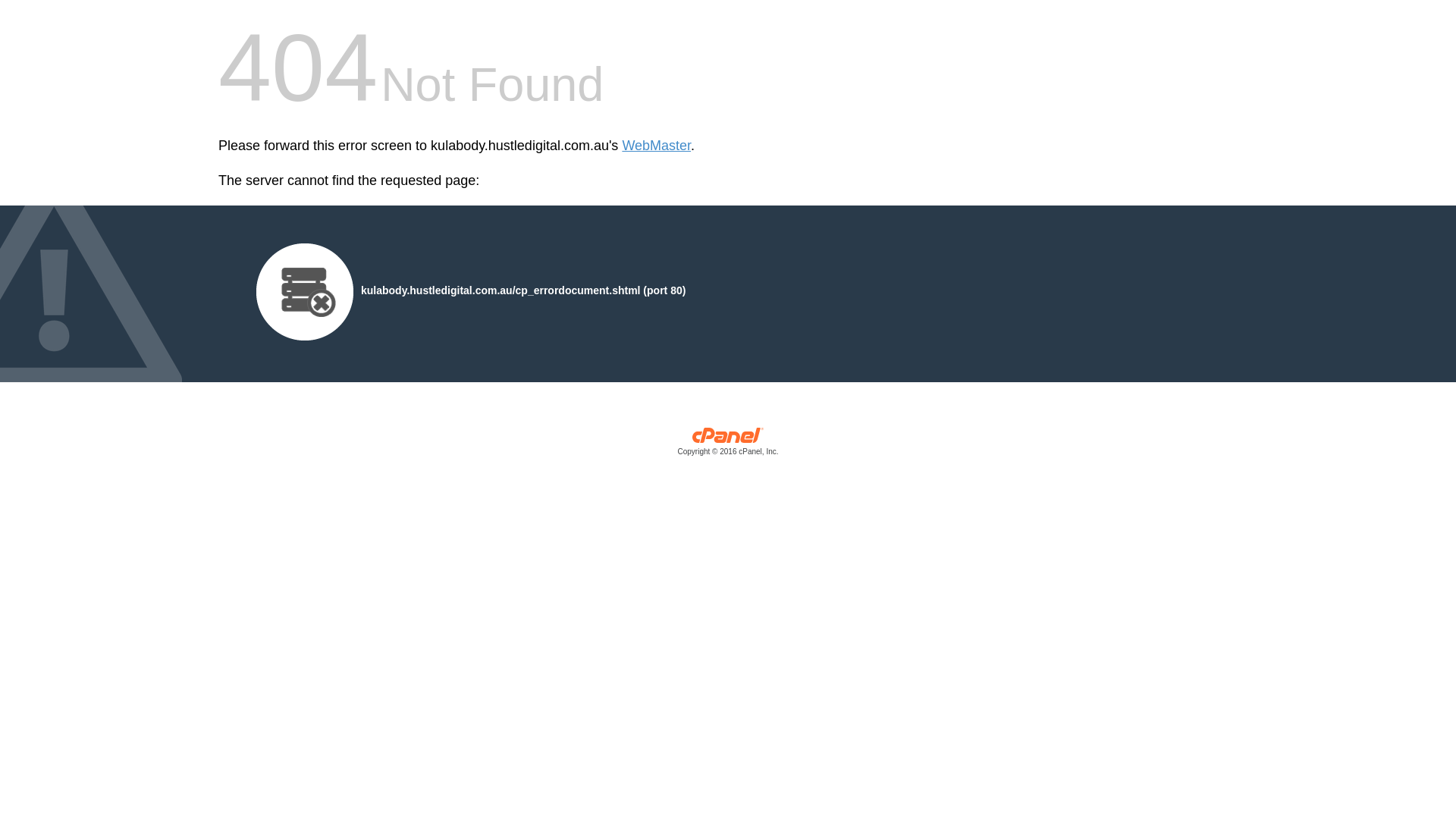  Describe the element at coordinates (656, 146) in the screenshot. I see `'WebMaster'` at that location.